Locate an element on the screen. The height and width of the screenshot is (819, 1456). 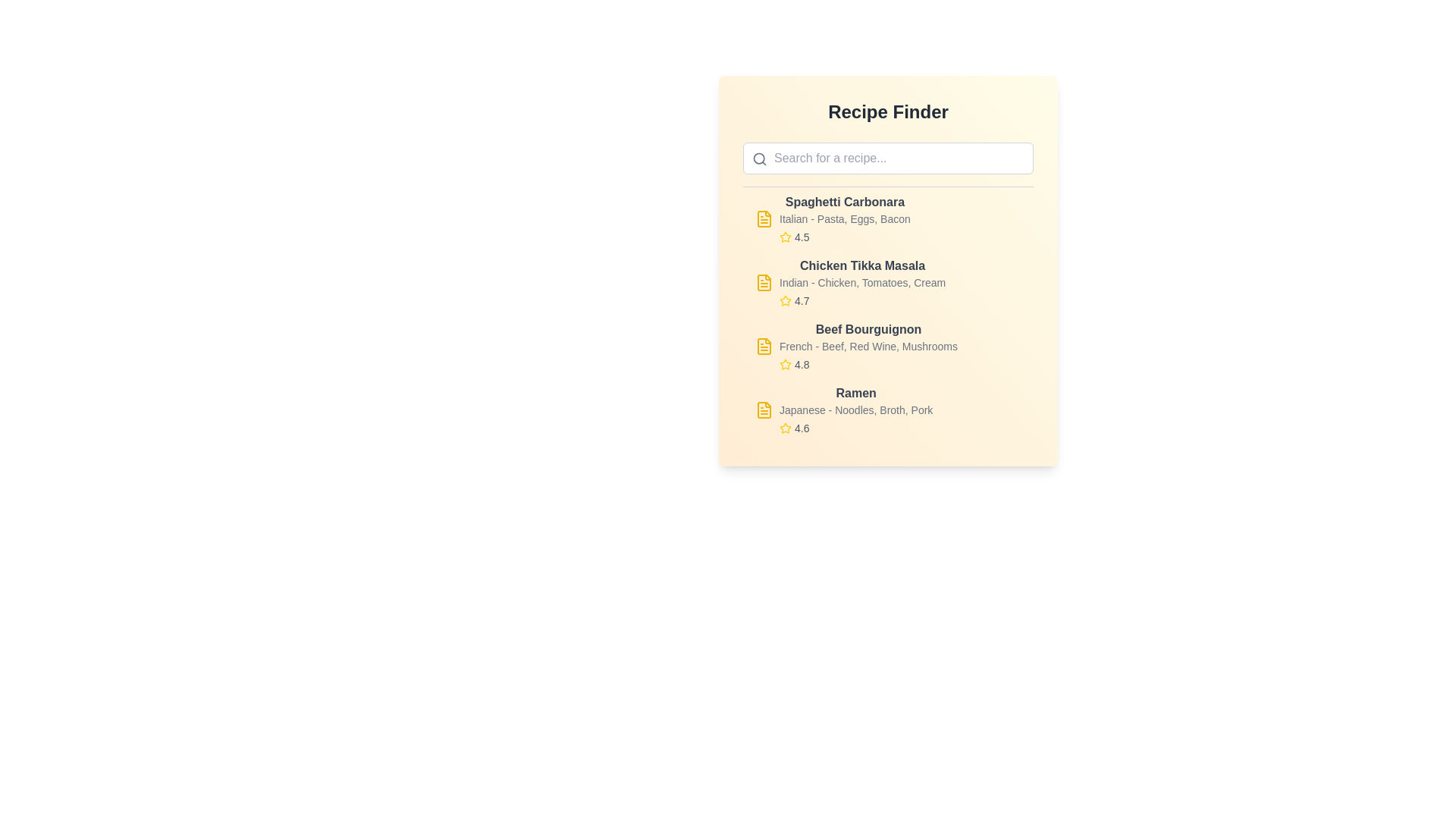
the file icon that resembles a document, located to the left of the 'Ramen' recipe in the list of recipes is located at coordinates (764, 409).